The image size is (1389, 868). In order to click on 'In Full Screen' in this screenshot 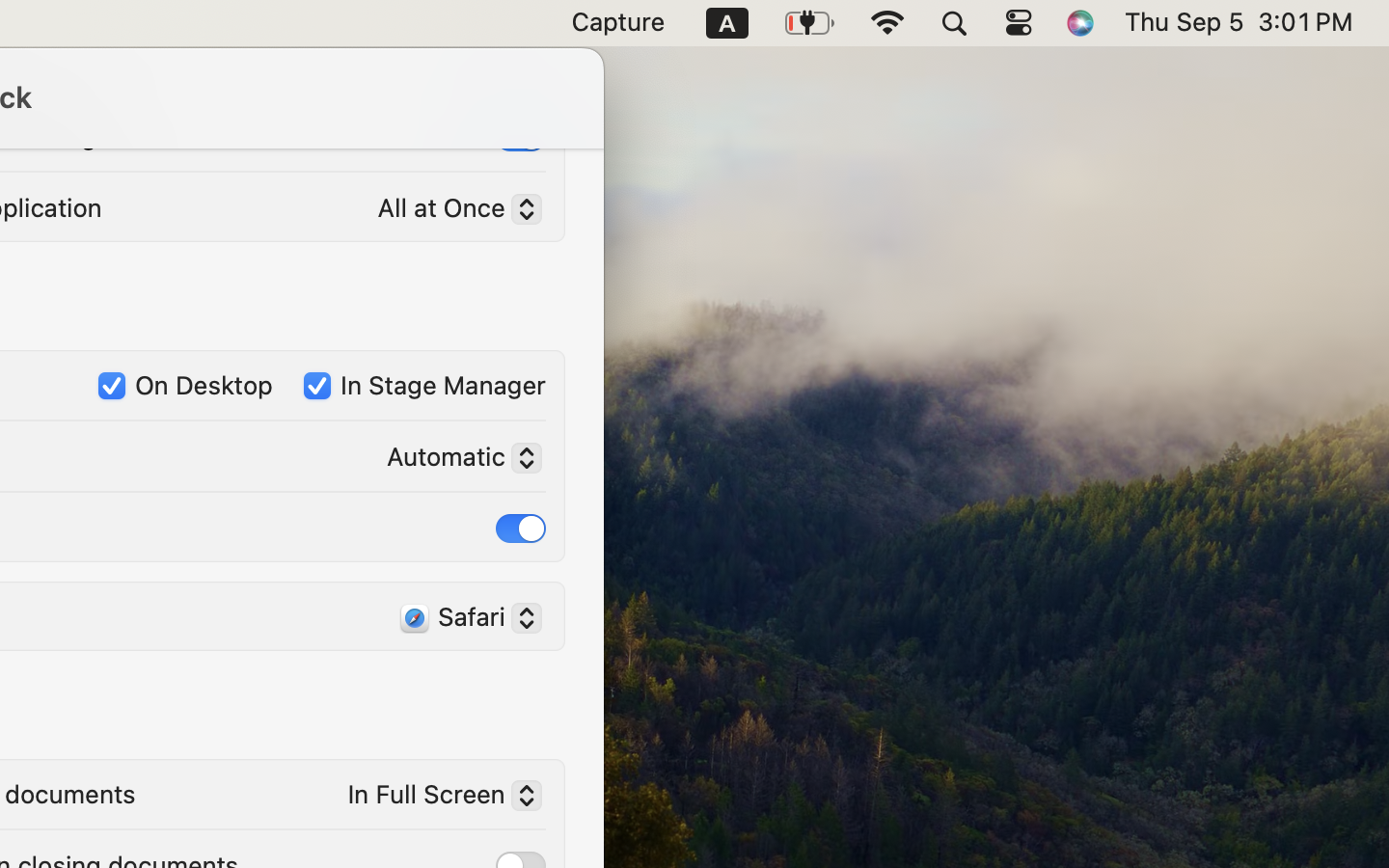, I will do `click(437, 798)`.